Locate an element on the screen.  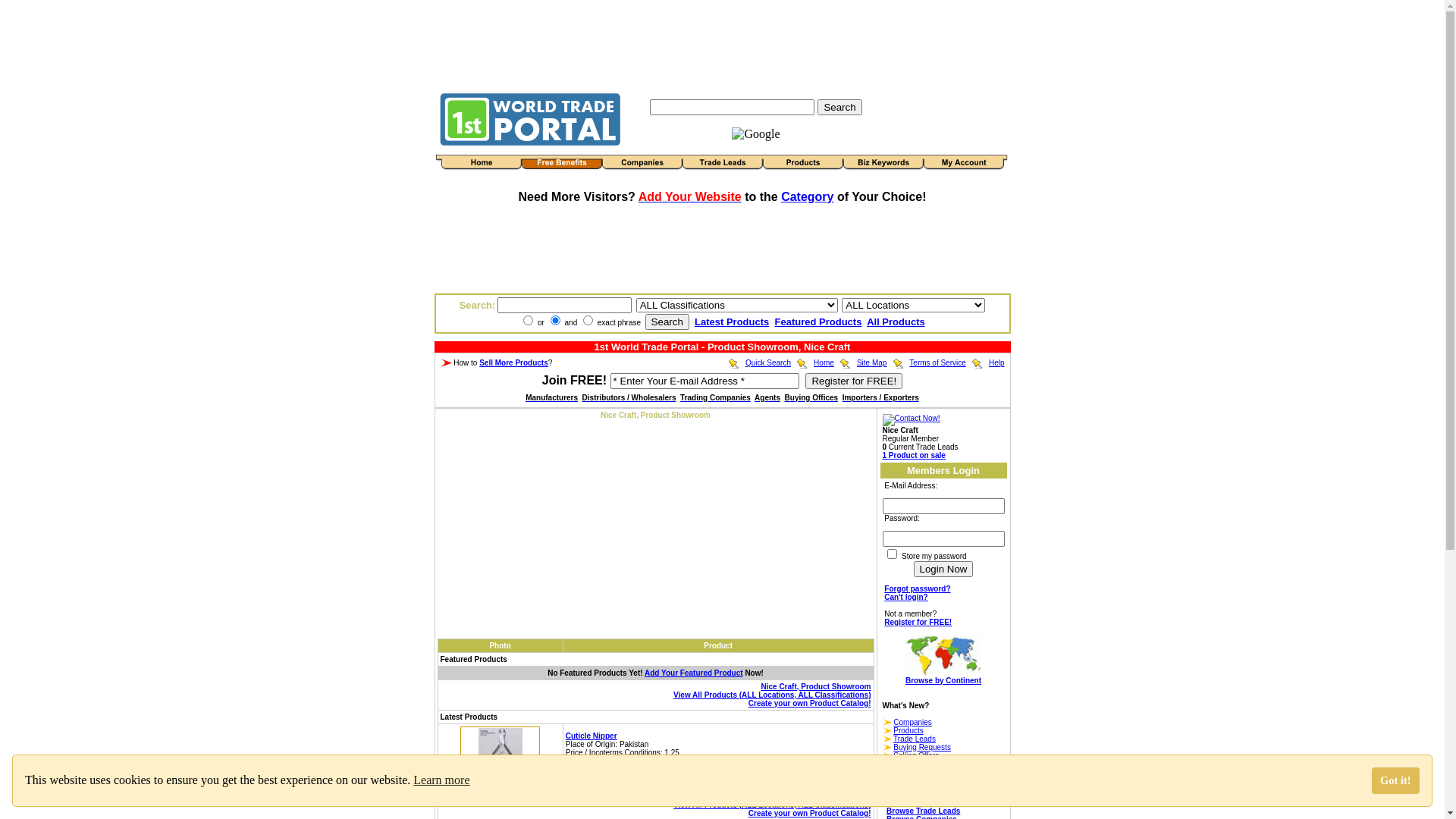
'Help' is located at coordinates (996, 362).